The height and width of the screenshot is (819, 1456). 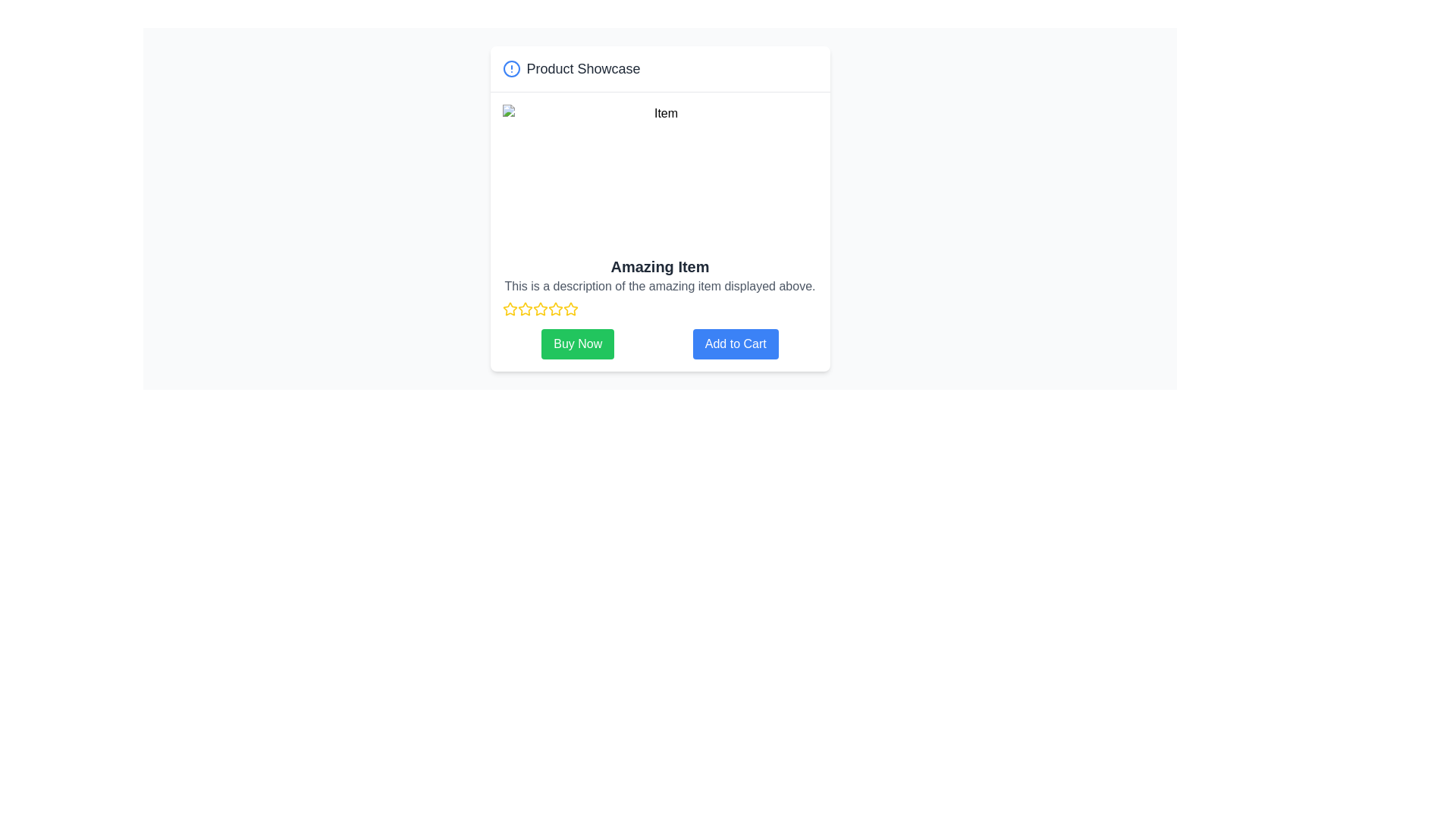 What do you see at coordinates (510, 309) in the screenshot?
I see `the first star icon in the rating system` at bounding box center [510, 309].